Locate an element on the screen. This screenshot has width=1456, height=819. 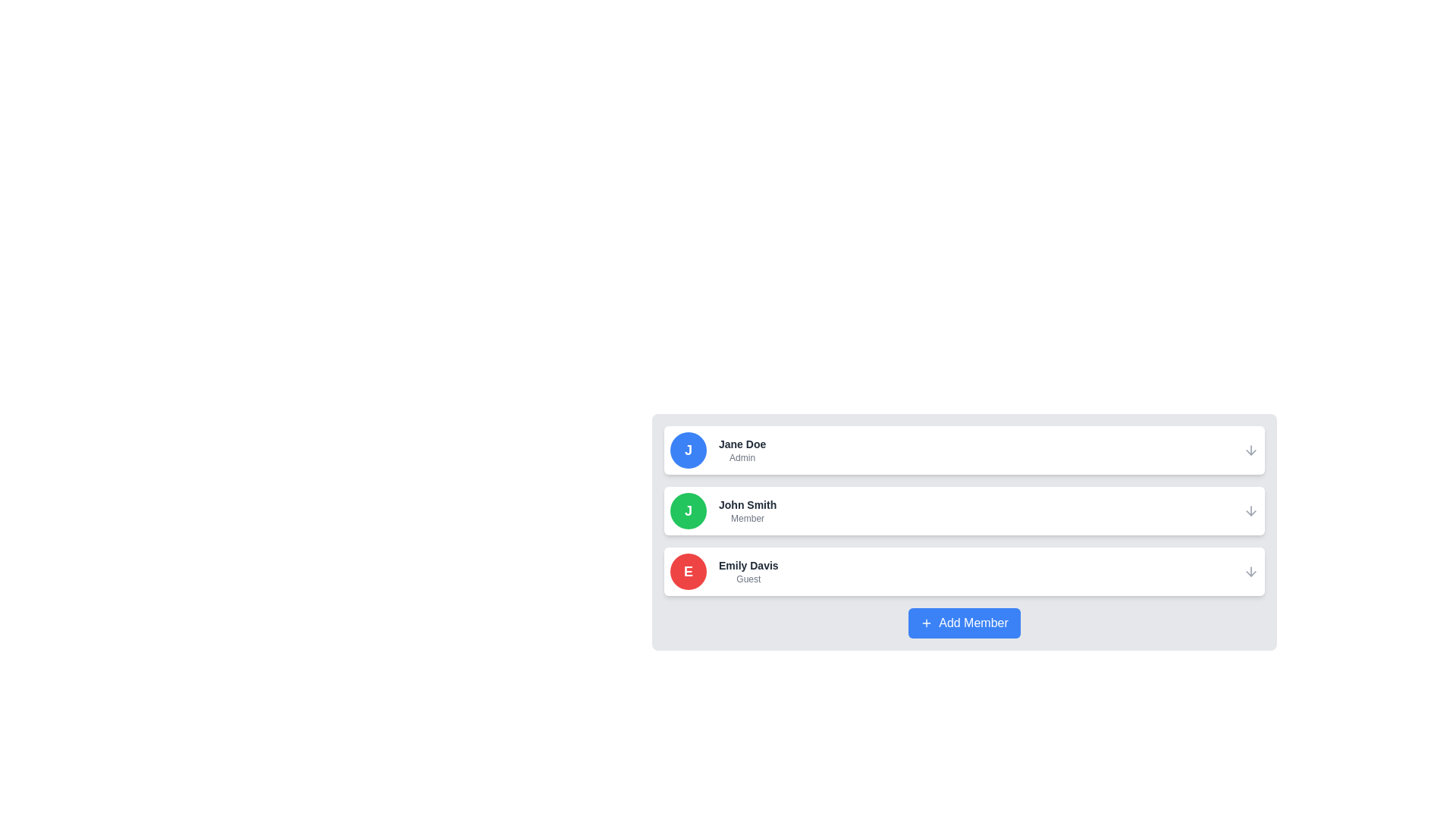
the Icon button located at the far right of the 'Jane Doe' user entry to trigger its hover state is located at coordinates (1251, 450).